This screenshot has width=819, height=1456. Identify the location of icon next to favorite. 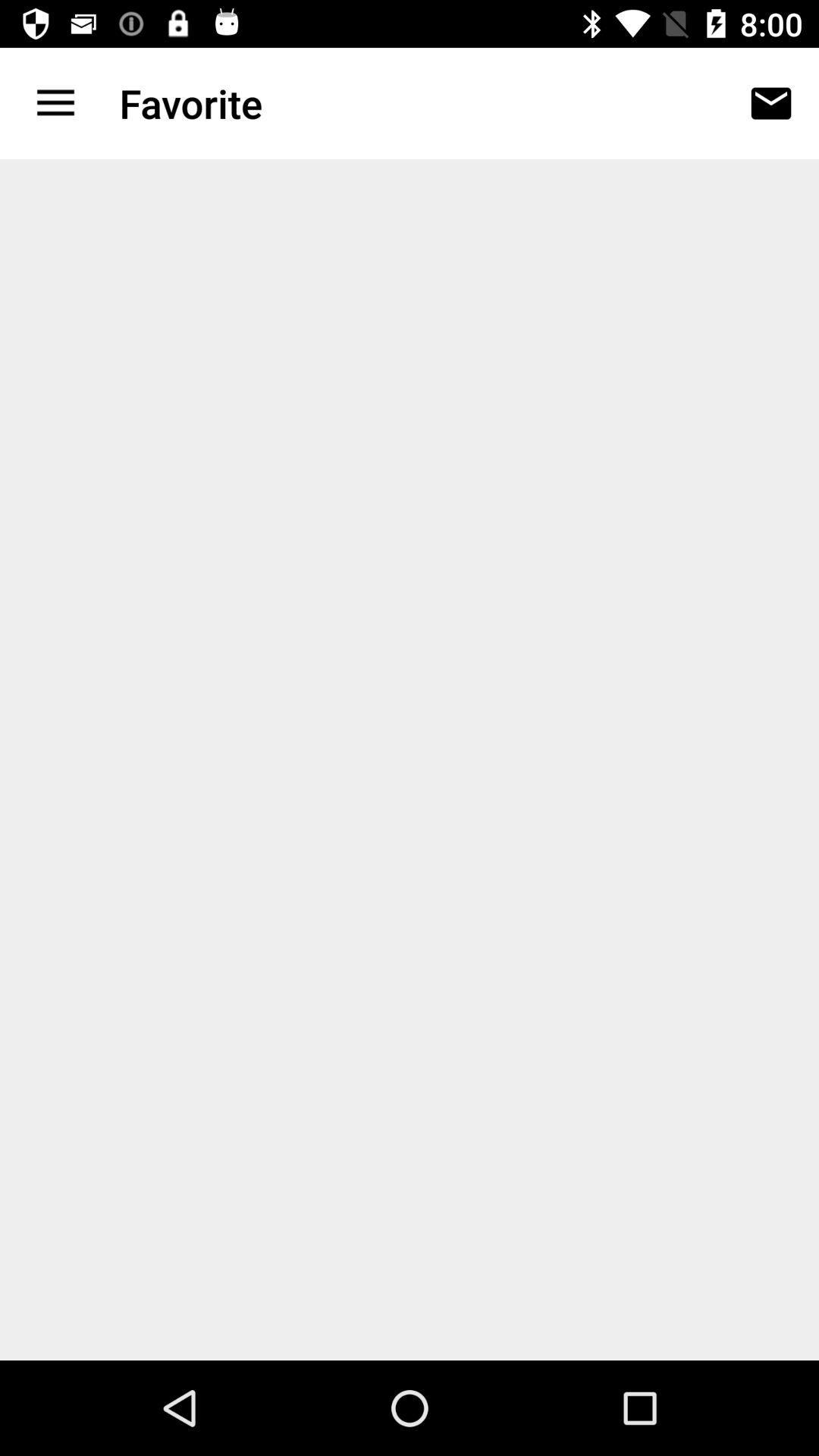
(771, 102).